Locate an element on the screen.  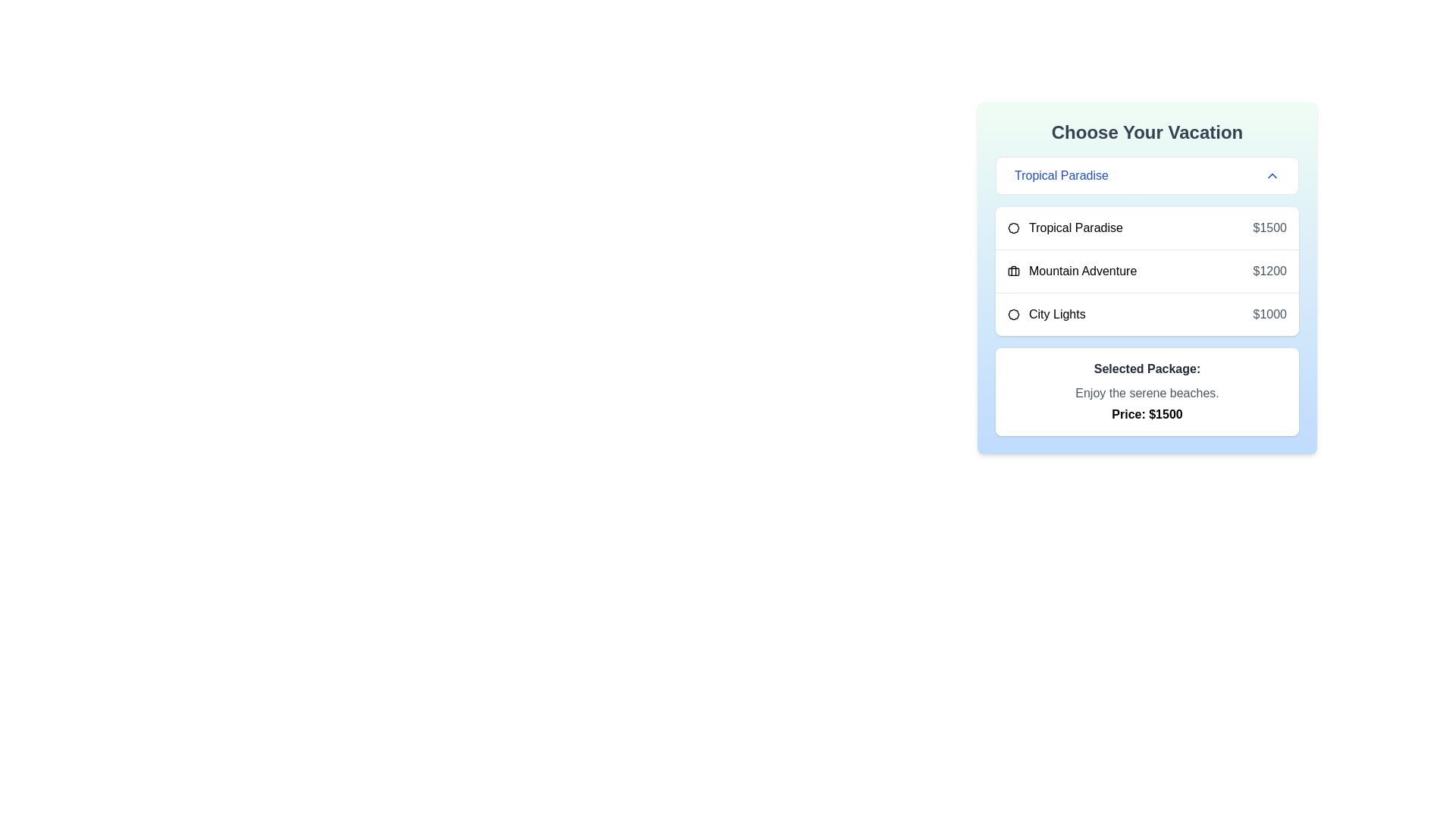
the 'City Lights' text label, which is the third option in the 'Choose Your Vacation' list is located at coordinates (1046, 314).